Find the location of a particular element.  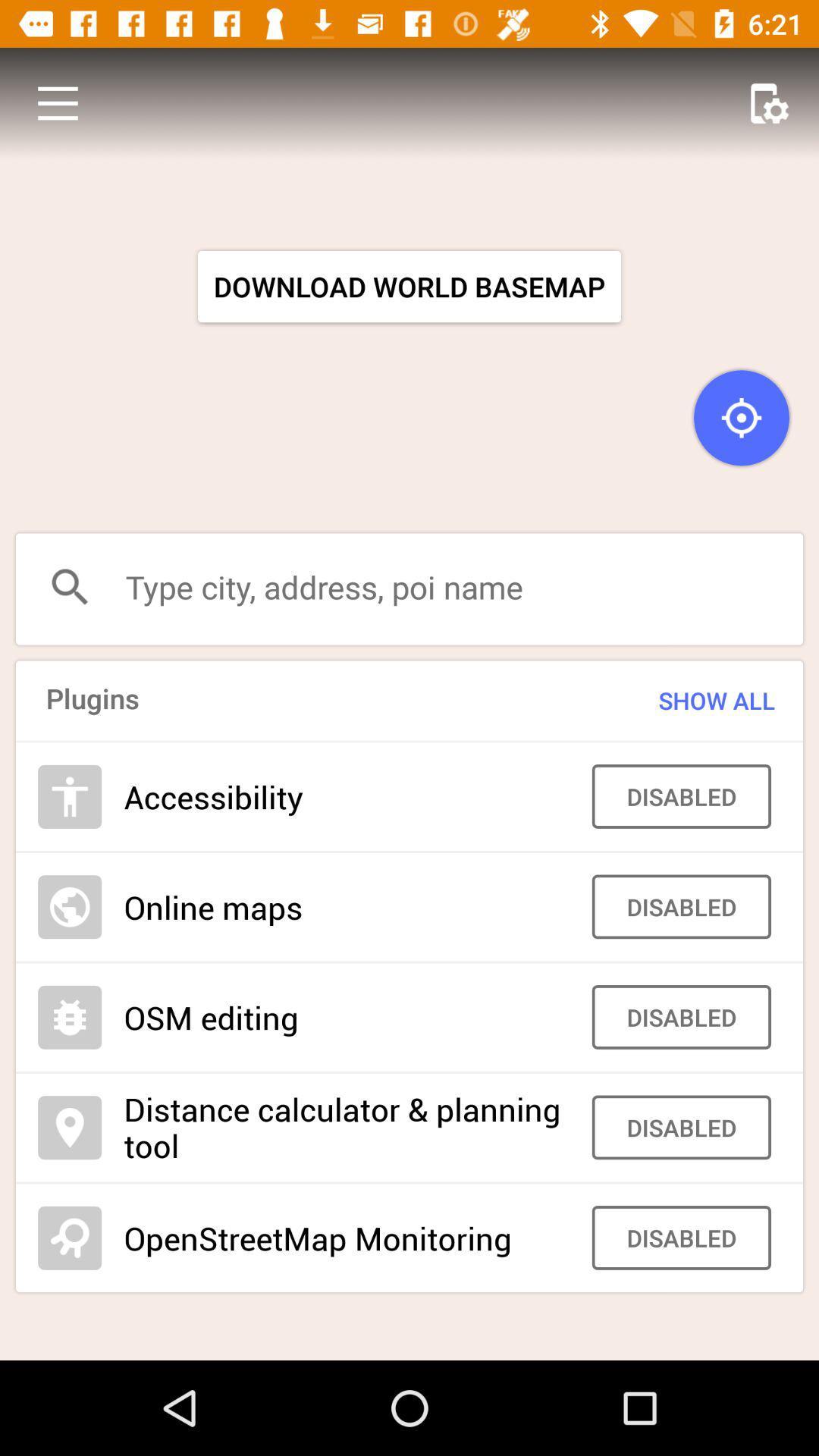

the location icon is located at coordinates (70, 1128).